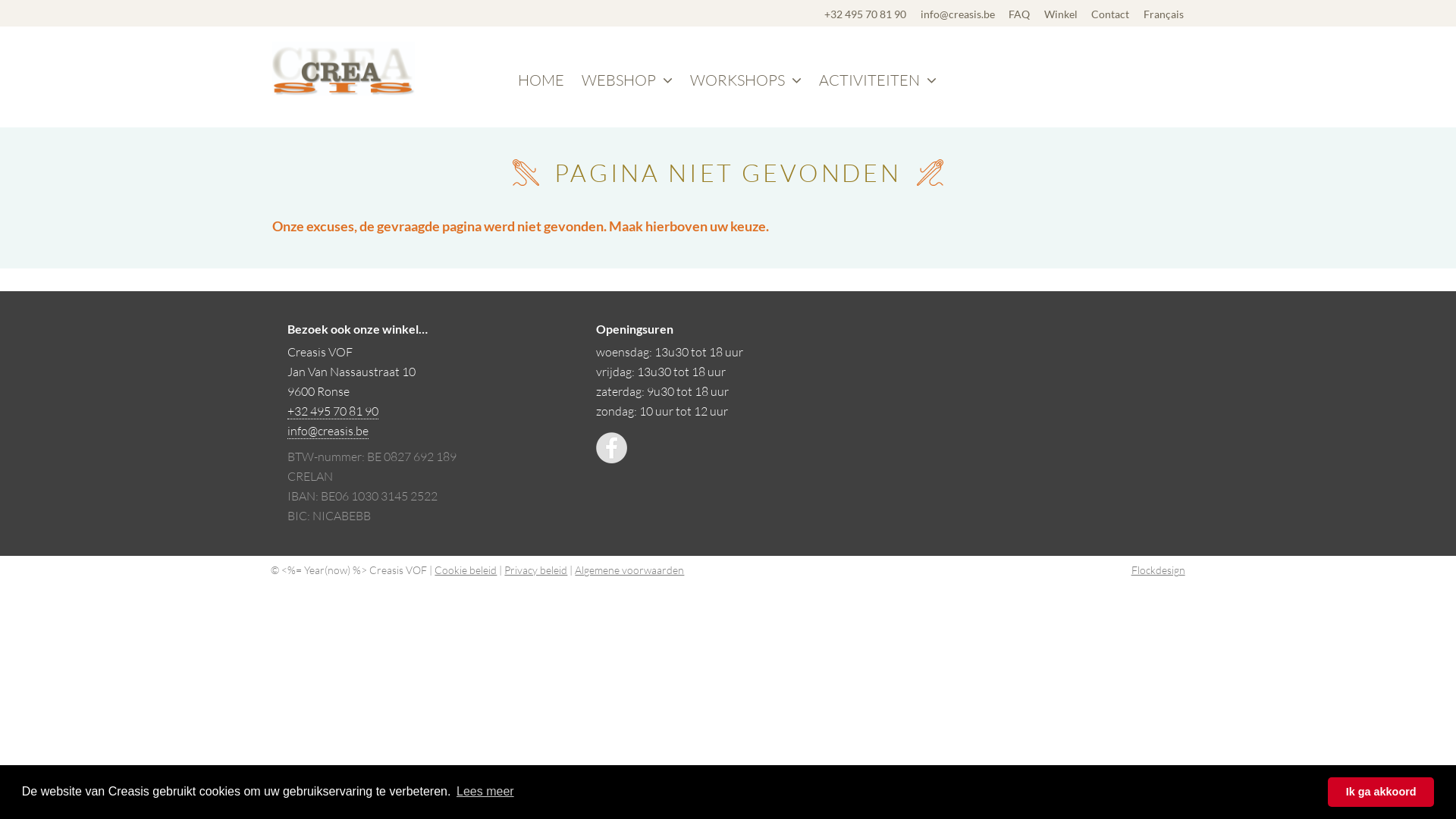 The height and width of the screenshot is (819, 1456). I want to click on 'Ik ga akkoord', so click(1380, 791).